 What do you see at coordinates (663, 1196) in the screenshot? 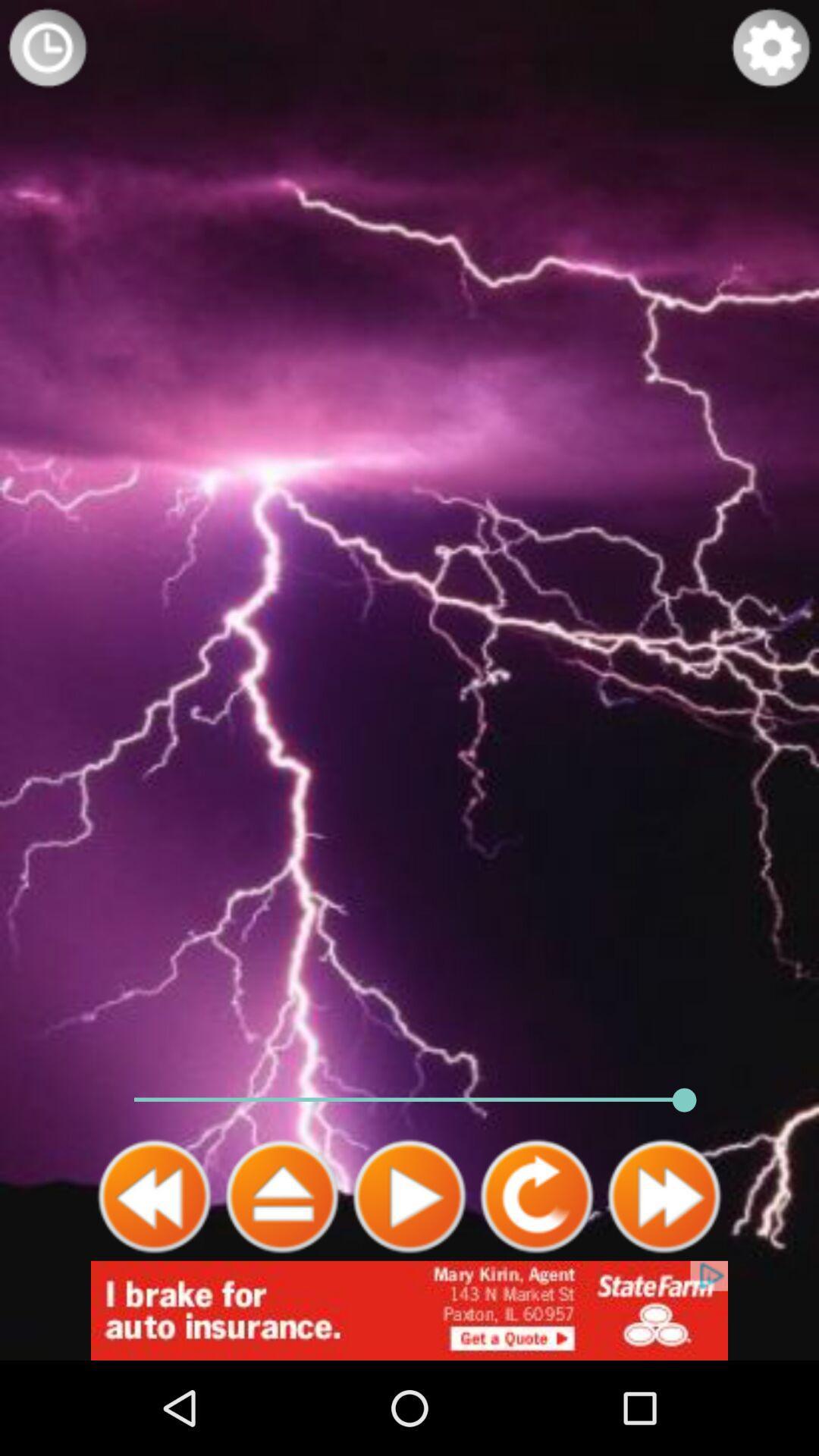
I see `goes to next song` at bounding box center [663, 1196].